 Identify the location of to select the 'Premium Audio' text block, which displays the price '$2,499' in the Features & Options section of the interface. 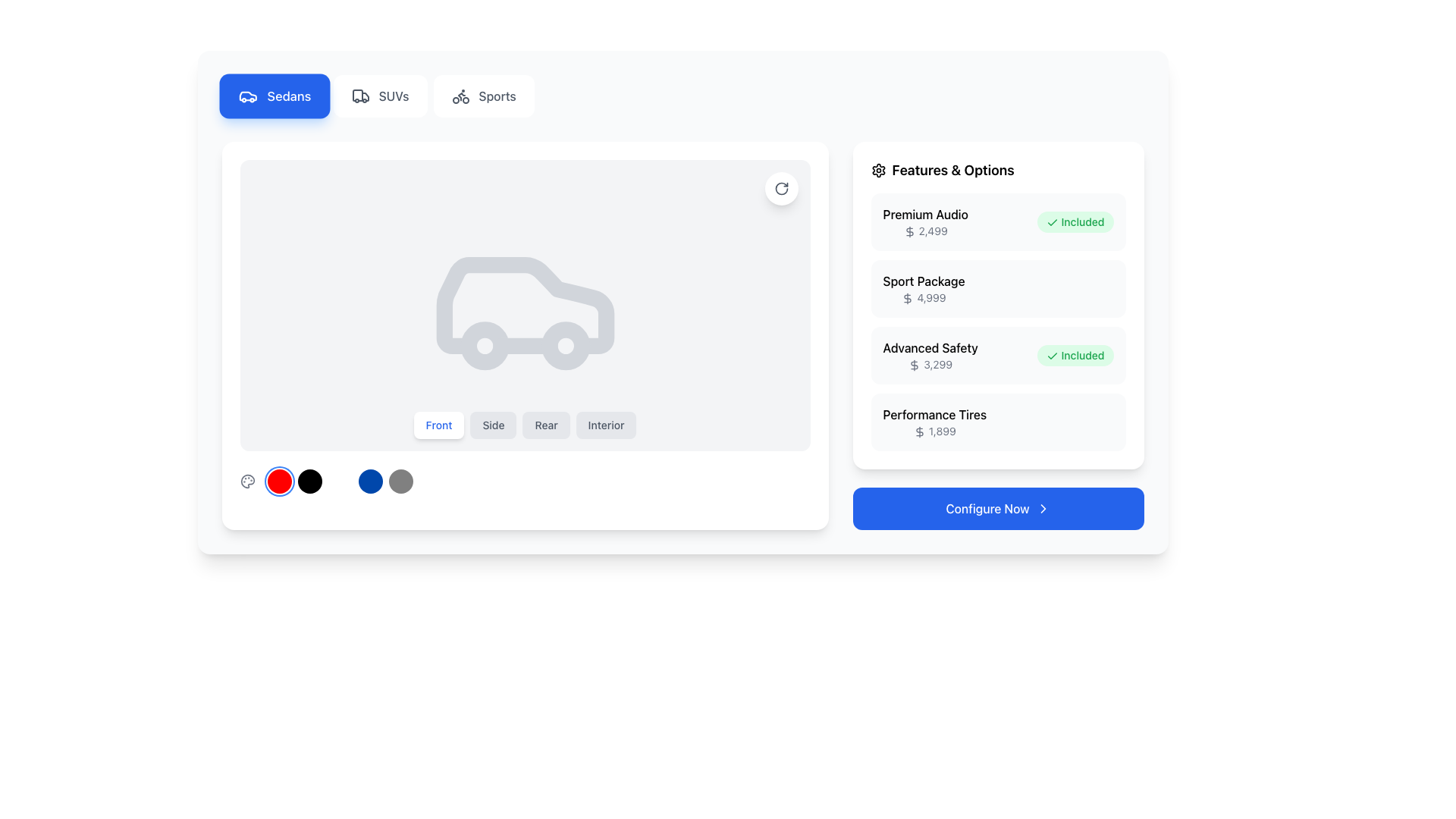
(924, 222).